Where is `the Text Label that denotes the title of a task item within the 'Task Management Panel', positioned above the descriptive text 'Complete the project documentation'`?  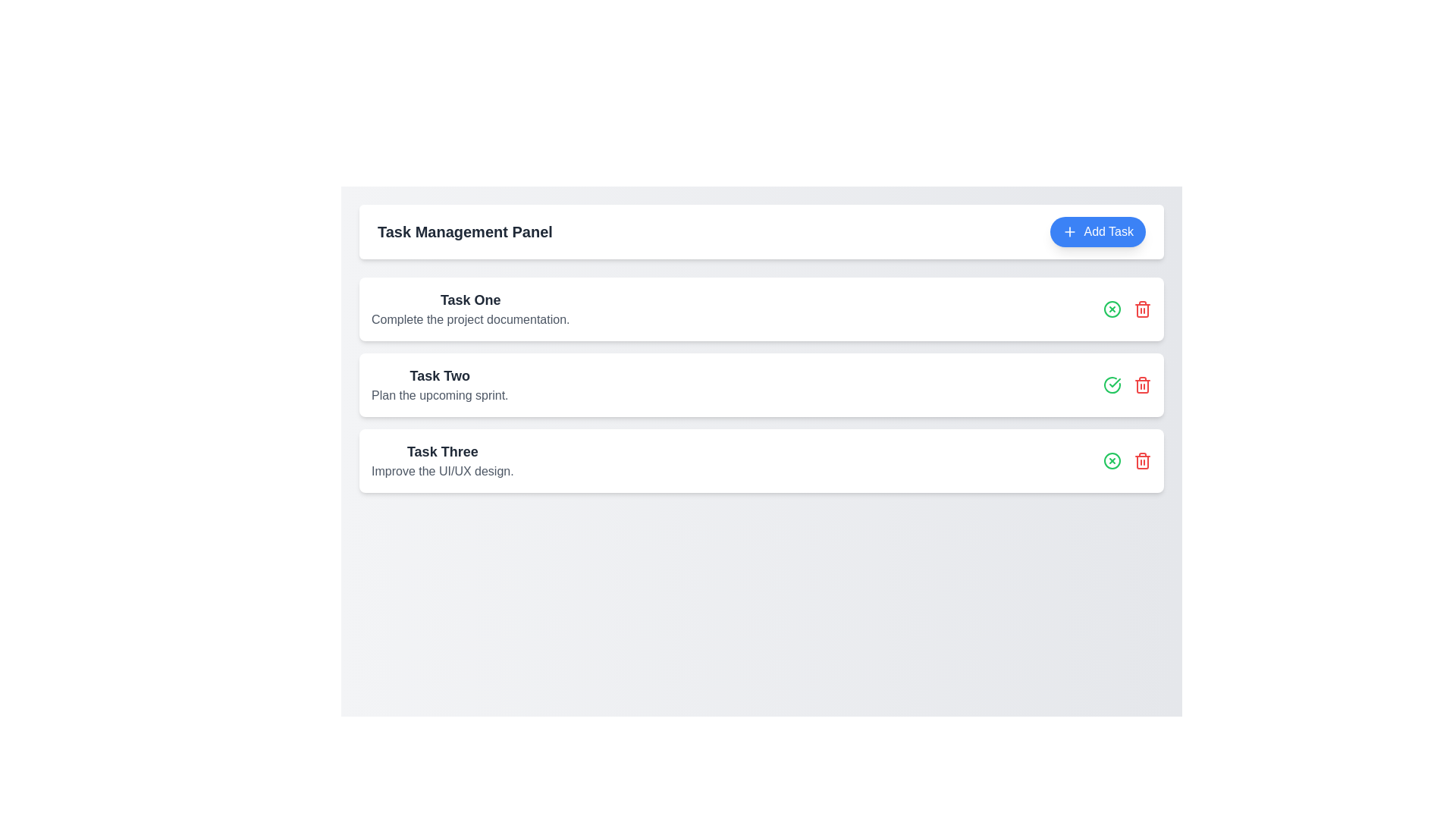
the Text Label that denotes the title of a task item within the 'Task Management Panel', positioned above the descriptive text 'Complete the project documentation' is located at coordinates (469, 300).